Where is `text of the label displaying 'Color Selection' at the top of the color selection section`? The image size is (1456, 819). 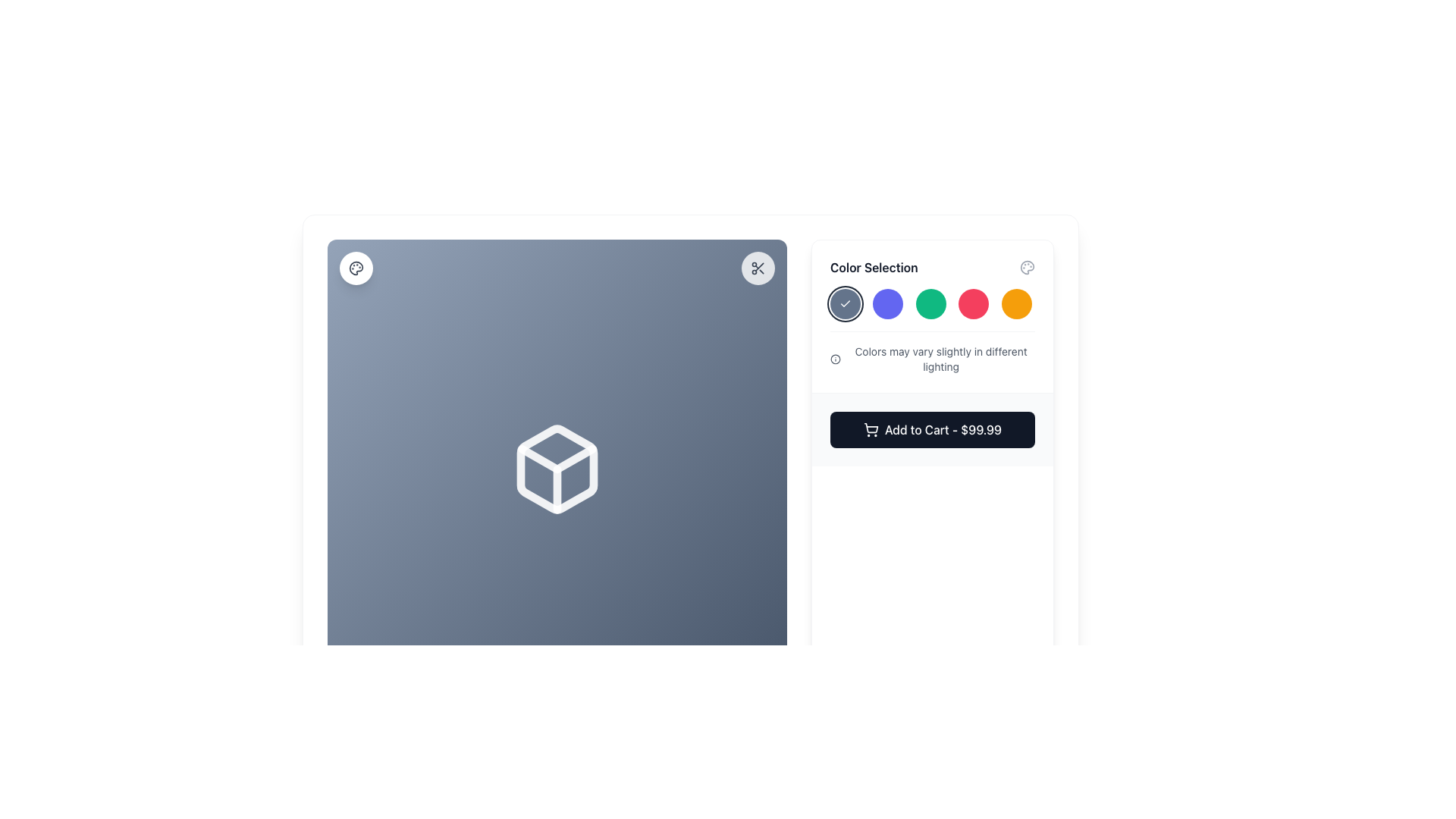
text of the label displaying 'Color Selection' at the top of the color selection section is located at coordinates (874, 267).